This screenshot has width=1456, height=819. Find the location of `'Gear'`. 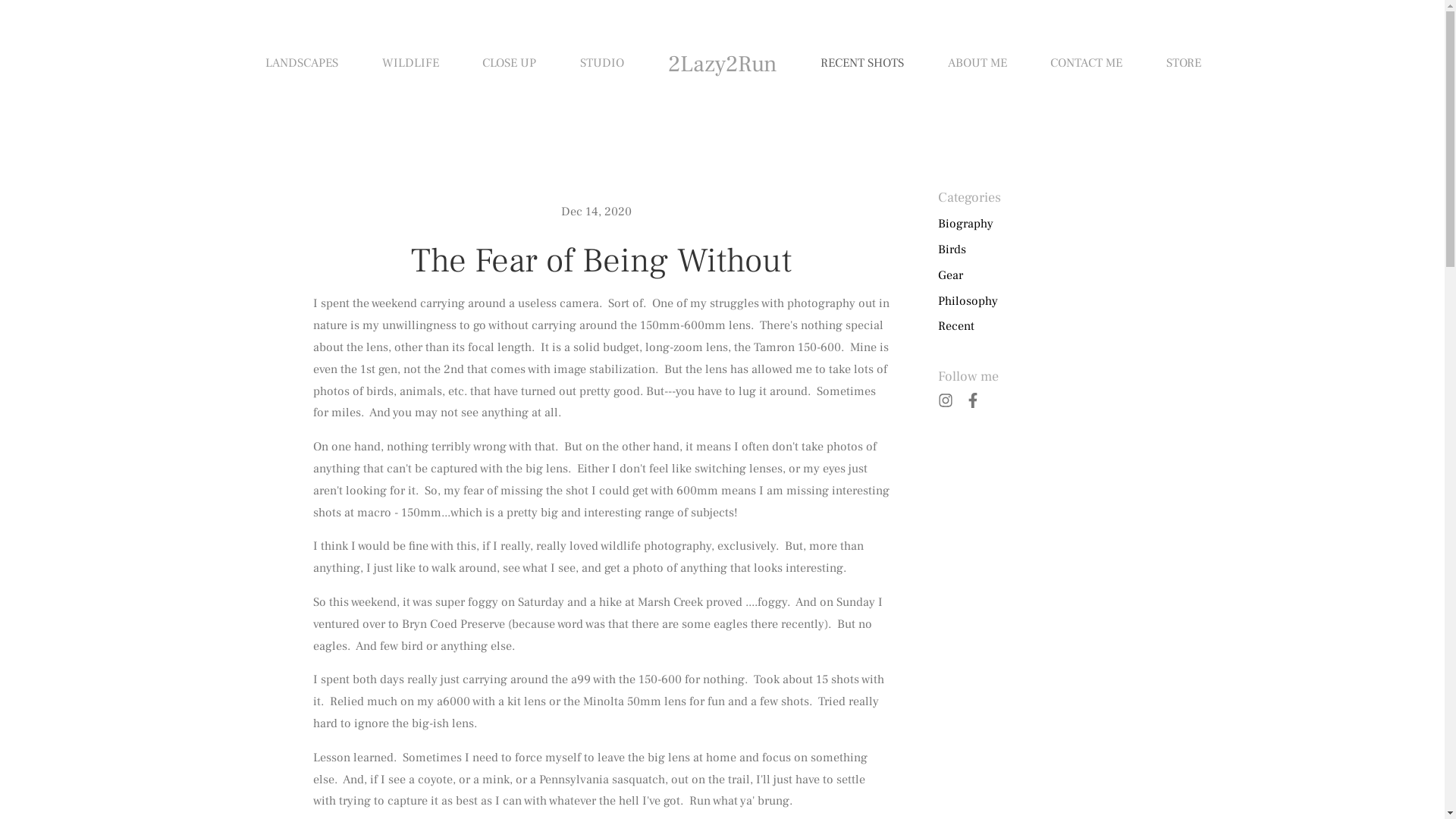

'Gear' is located at coordinates (937, 275).